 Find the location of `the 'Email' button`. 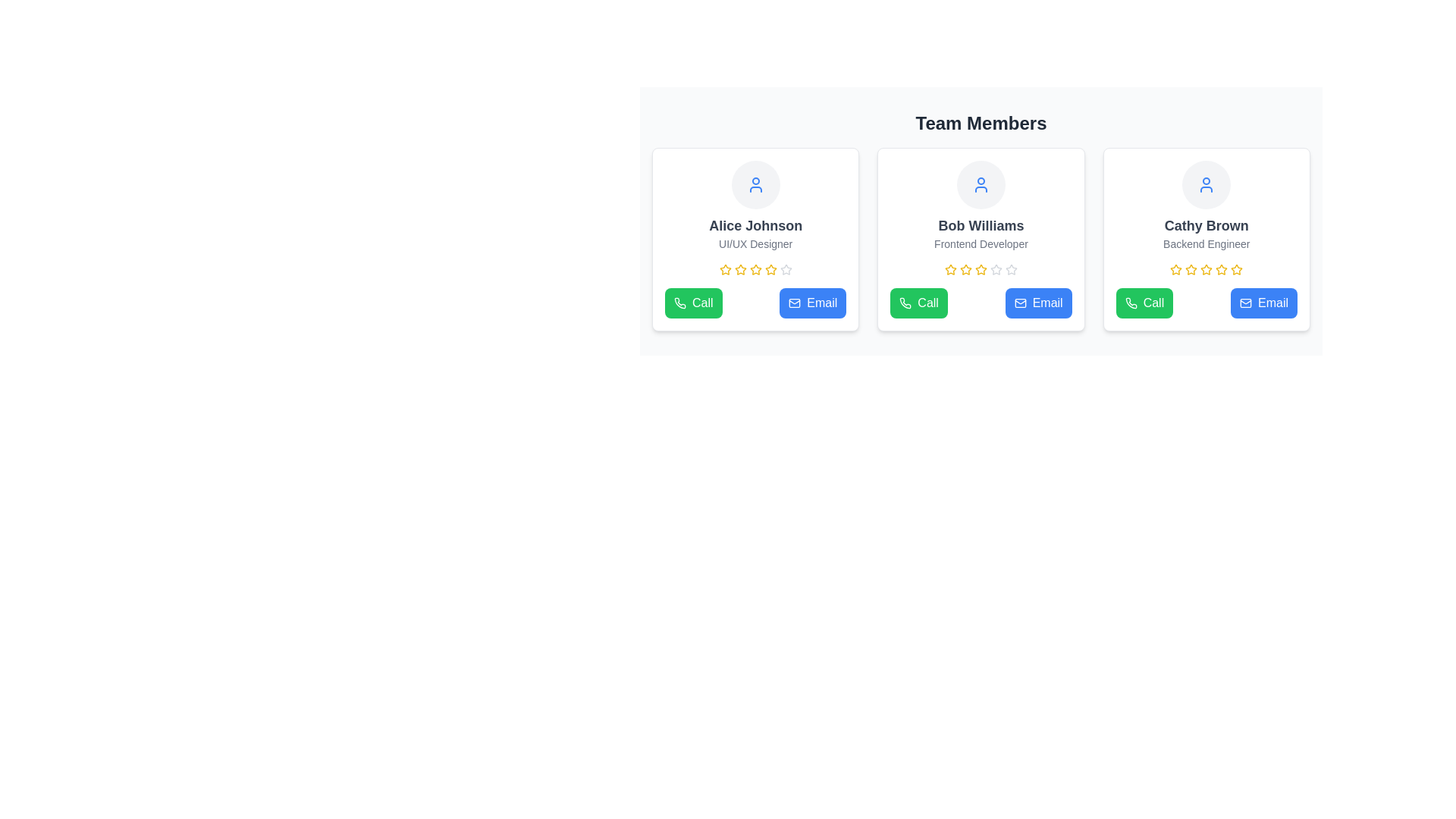

the 'Email' button is located at coordinates (1245, 303).